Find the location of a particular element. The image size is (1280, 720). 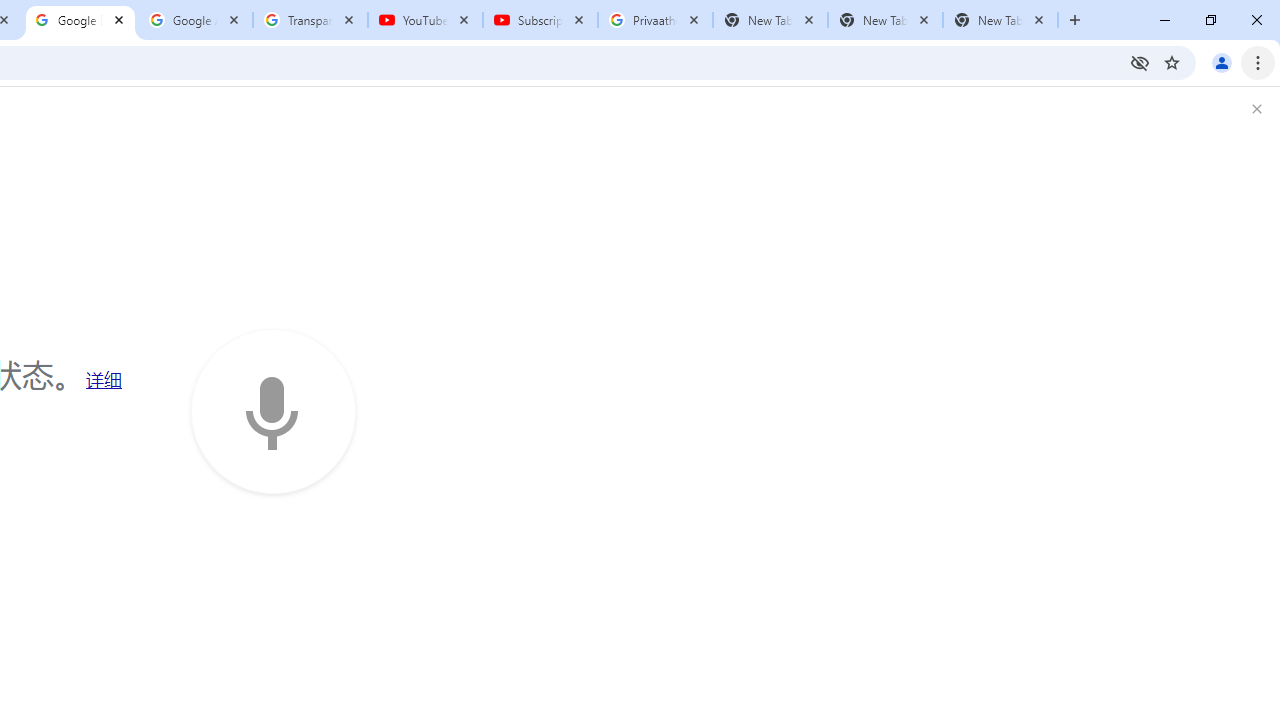

'New Tab' is located at coordinates (1000, 20).